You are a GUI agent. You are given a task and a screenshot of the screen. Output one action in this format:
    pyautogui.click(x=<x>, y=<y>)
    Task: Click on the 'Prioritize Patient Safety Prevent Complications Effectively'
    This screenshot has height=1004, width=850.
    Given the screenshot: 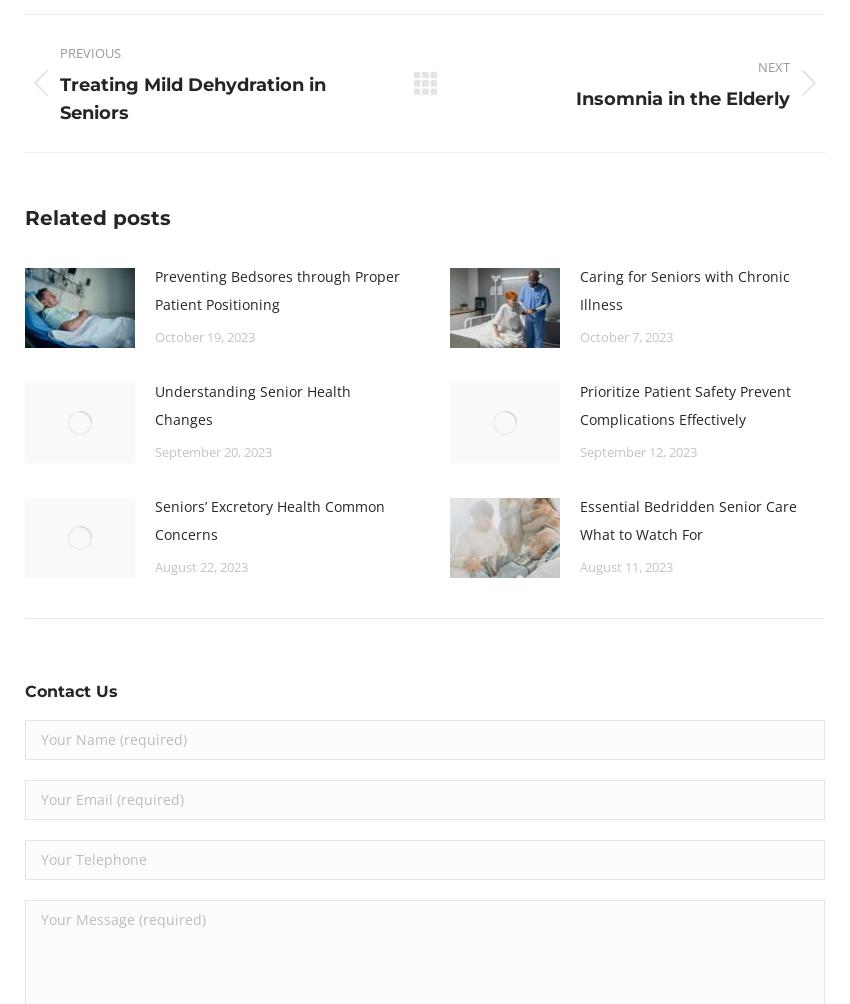 What is the action you would take?
    pyautogui.click(x=684, y=403)
    